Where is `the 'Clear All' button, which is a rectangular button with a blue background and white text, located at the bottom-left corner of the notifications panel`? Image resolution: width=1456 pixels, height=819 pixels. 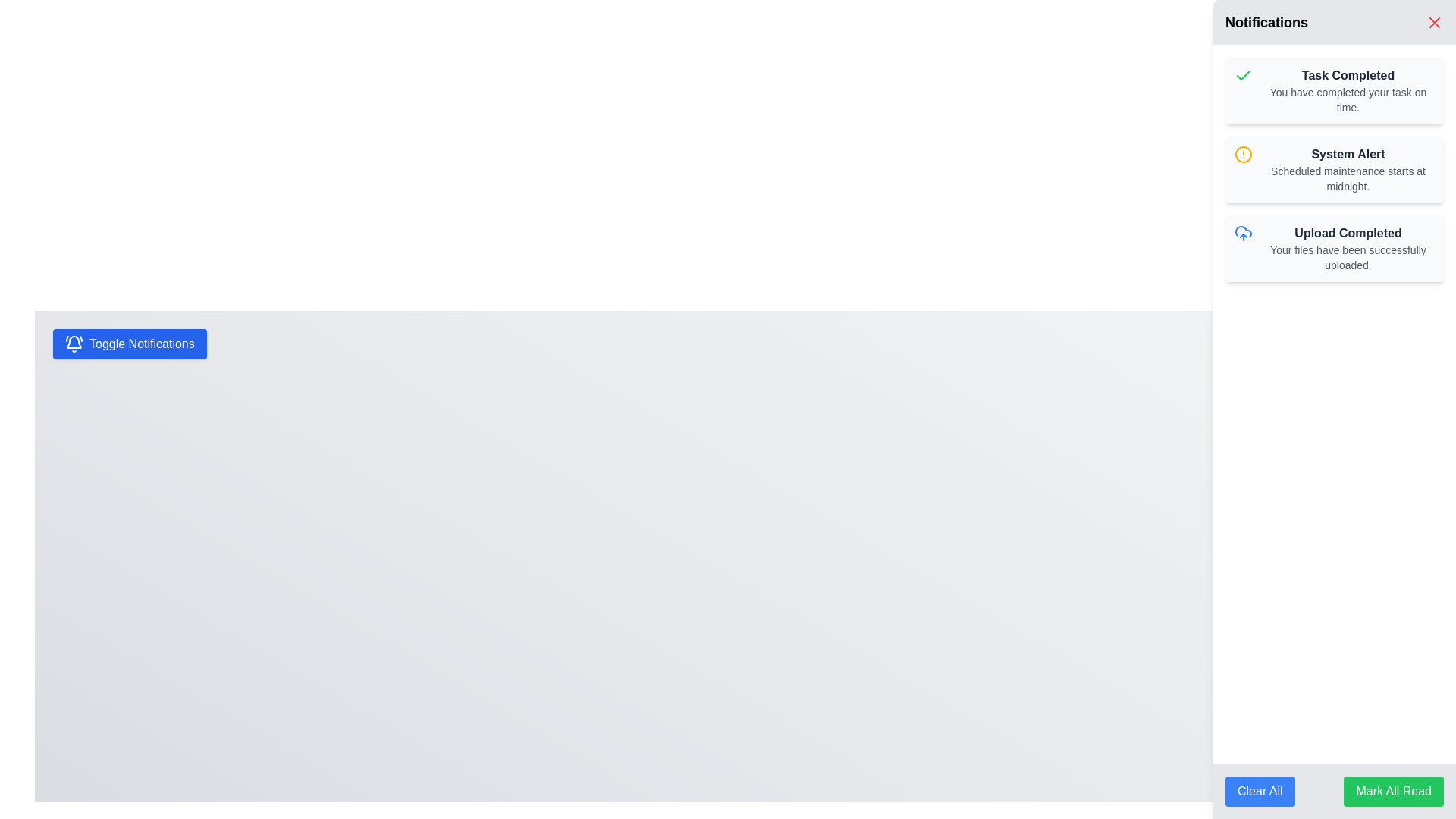
the 'Clear All' button, which is a rectangular button with a blue background and white text, located at the bottom-left corner of the notifications panel is located at coordinates (1260, 791).